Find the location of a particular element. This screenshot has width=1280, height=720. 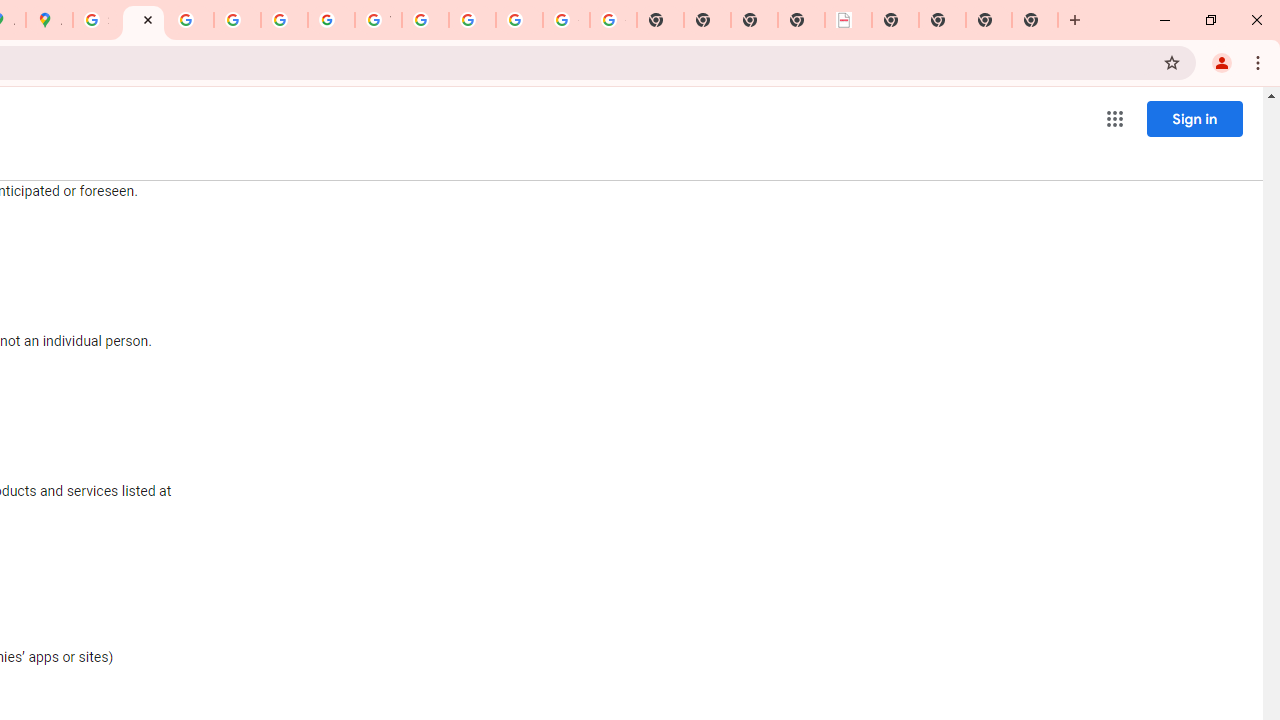

'New Tab' is located at coordinates (894, 20).